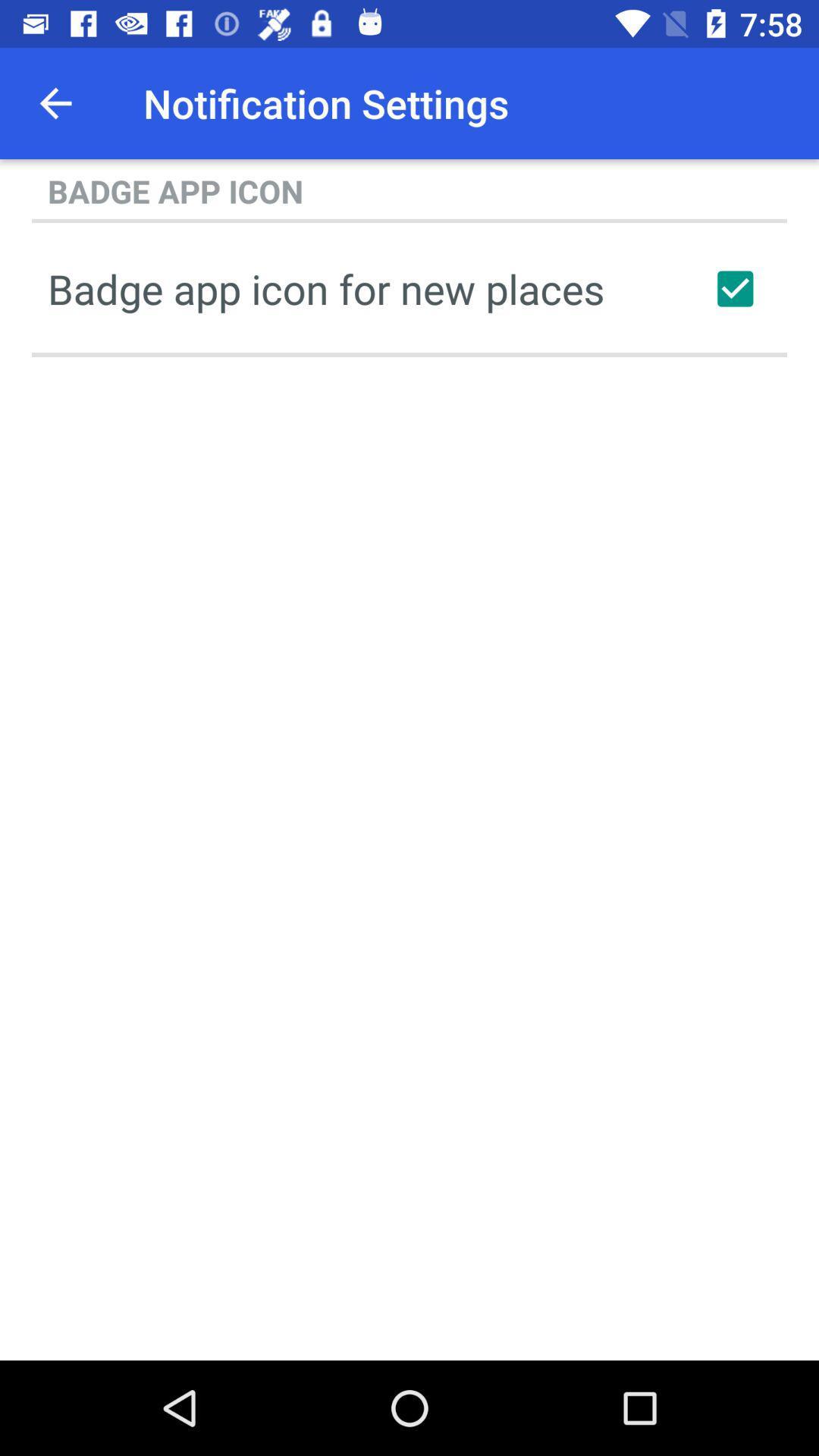  Describe the element at coordinates (734, 288) in the screenshot. I see `new place badge icons` at that location.